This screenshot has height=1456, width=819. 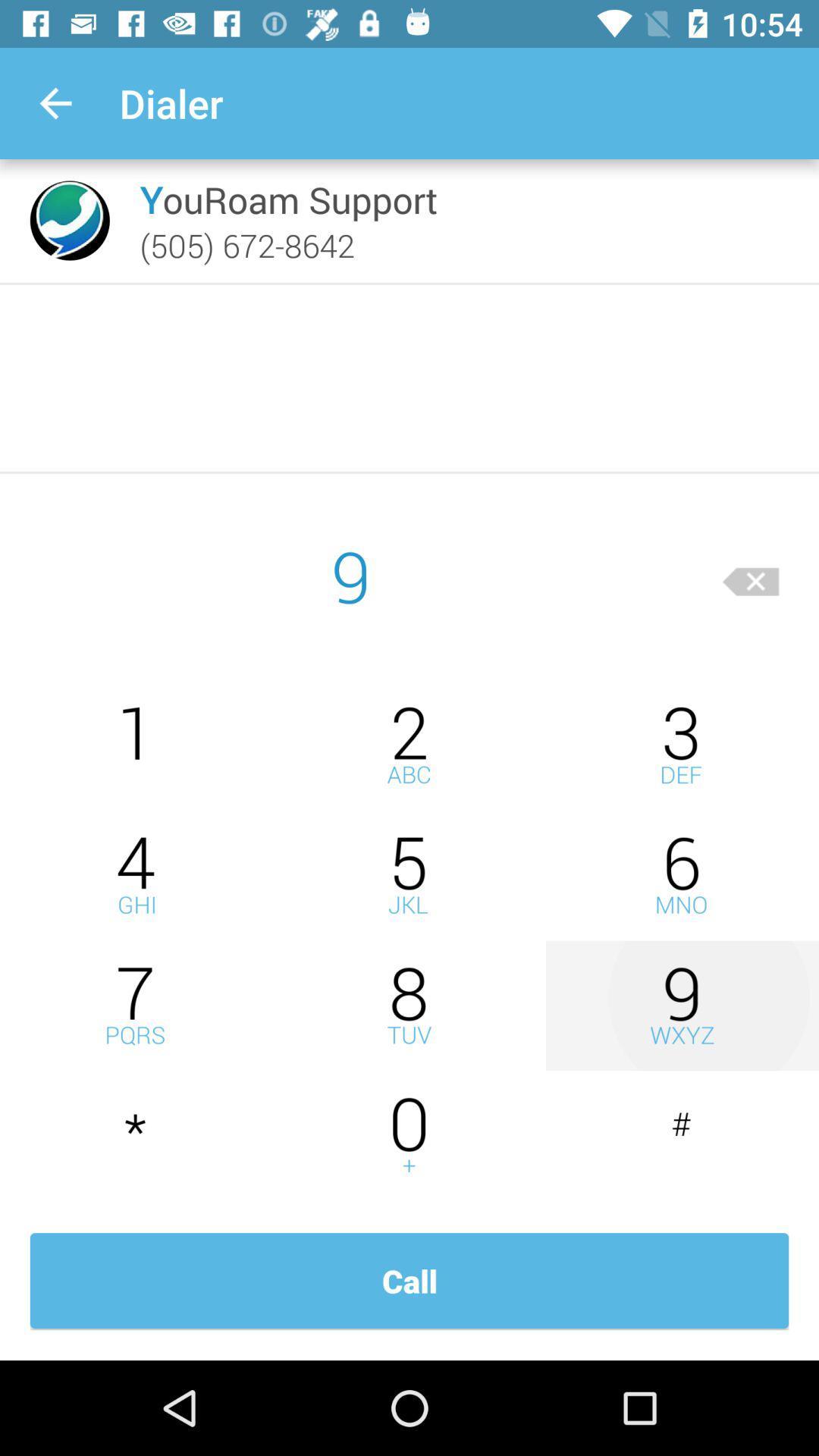 I want to click on slect eight, so click(x=409, y=1006).